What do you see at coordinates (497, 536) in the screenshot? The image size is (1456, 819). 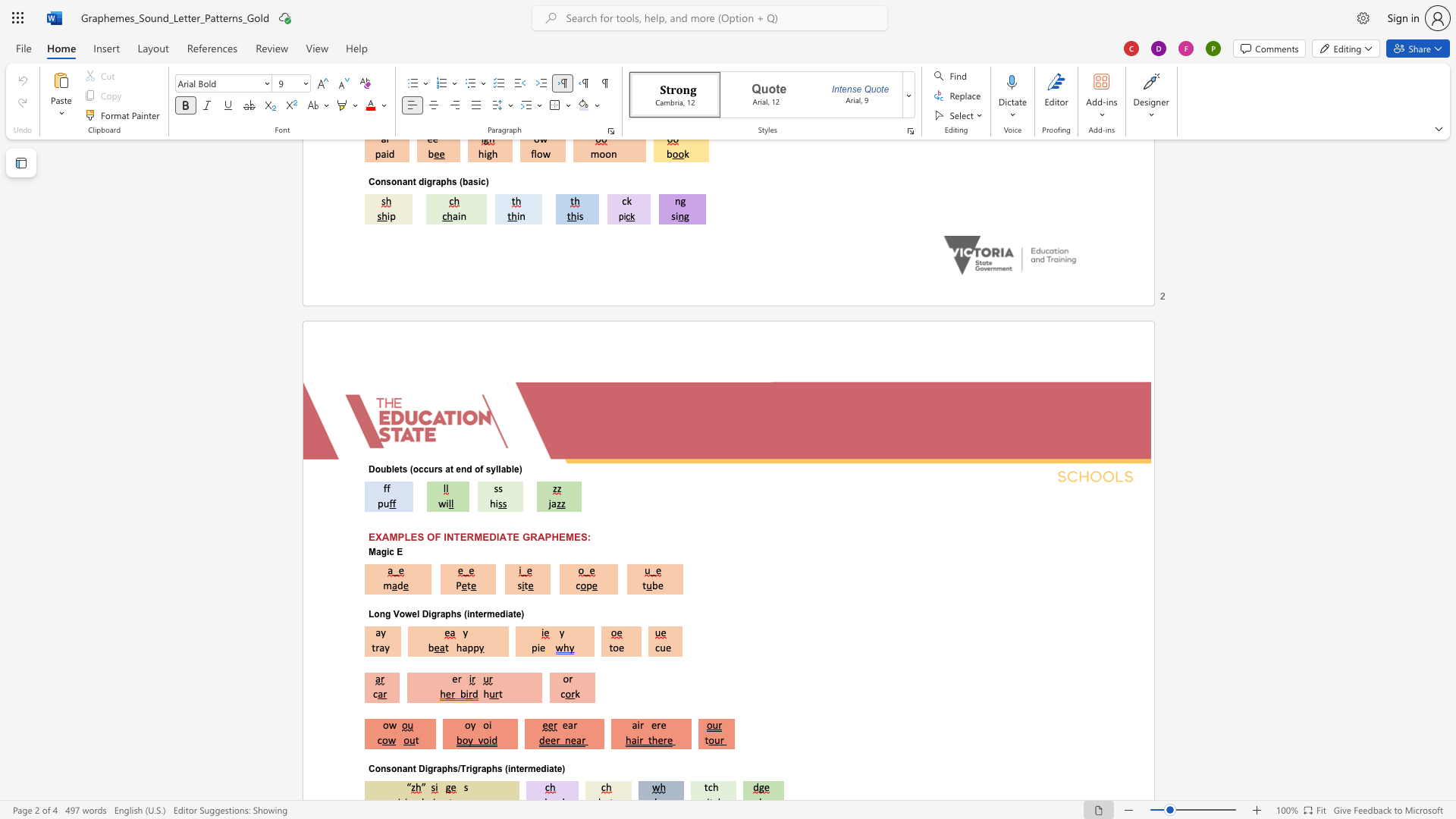 I see `the 2th character "I" in the text` at bounding box center [497, 536].